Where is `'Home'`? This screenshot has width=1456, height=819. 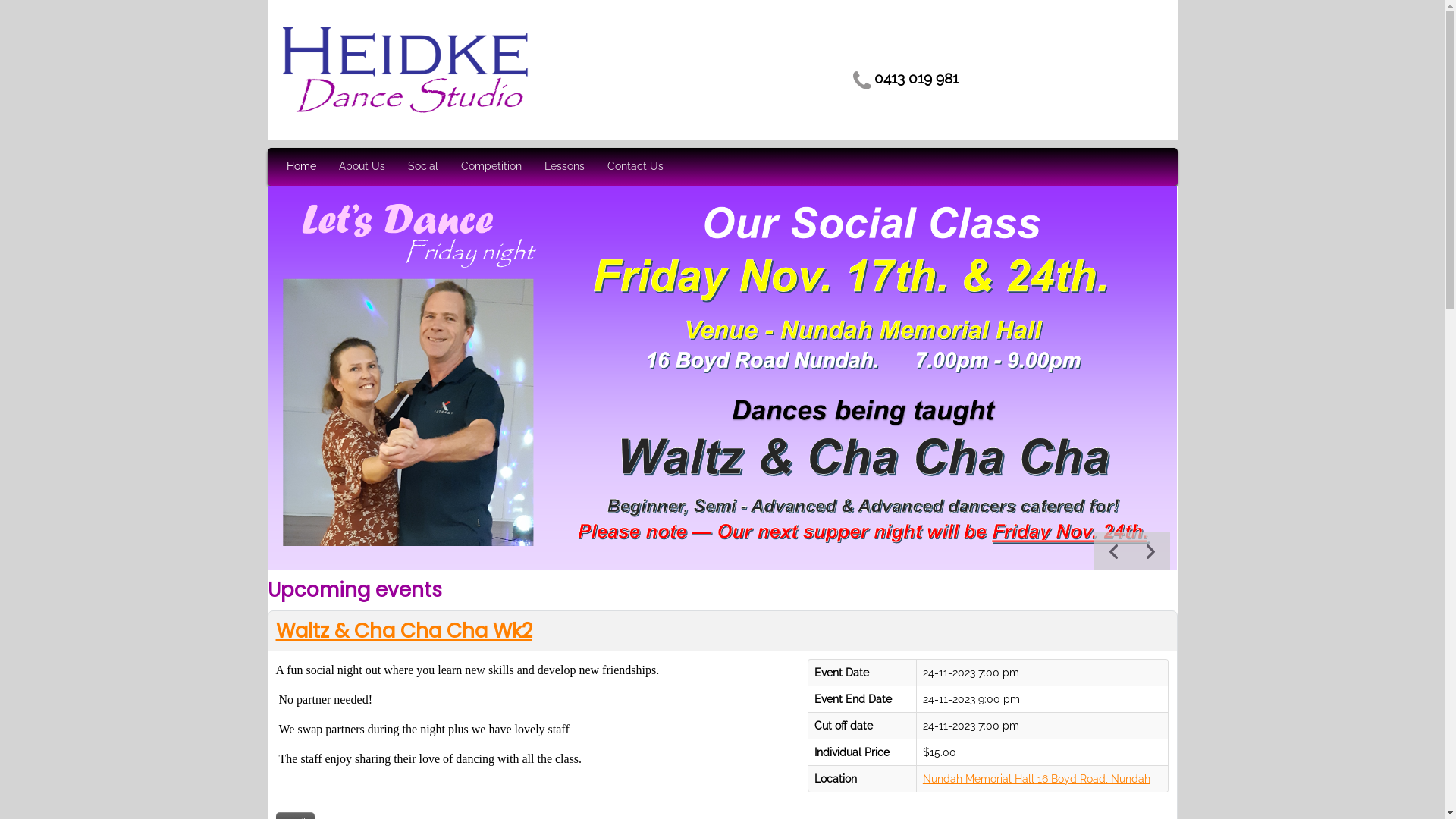
'Home' is located at coordinates (301, 166).